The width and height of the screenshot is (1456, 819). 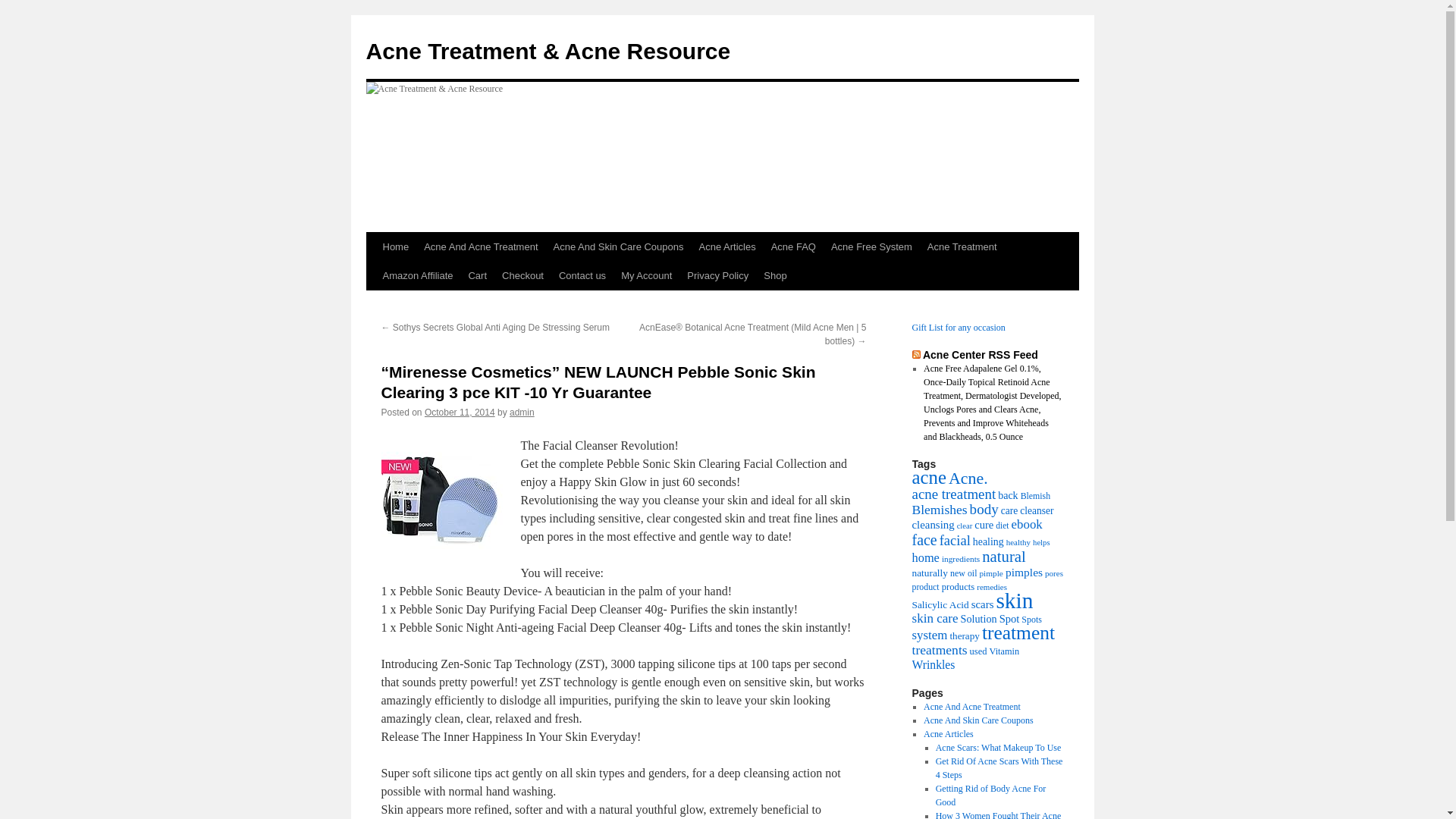 What do you see at coordinates (982, 556) in the screenshot?
I see `'natural'` at bounding box center [982, 556].